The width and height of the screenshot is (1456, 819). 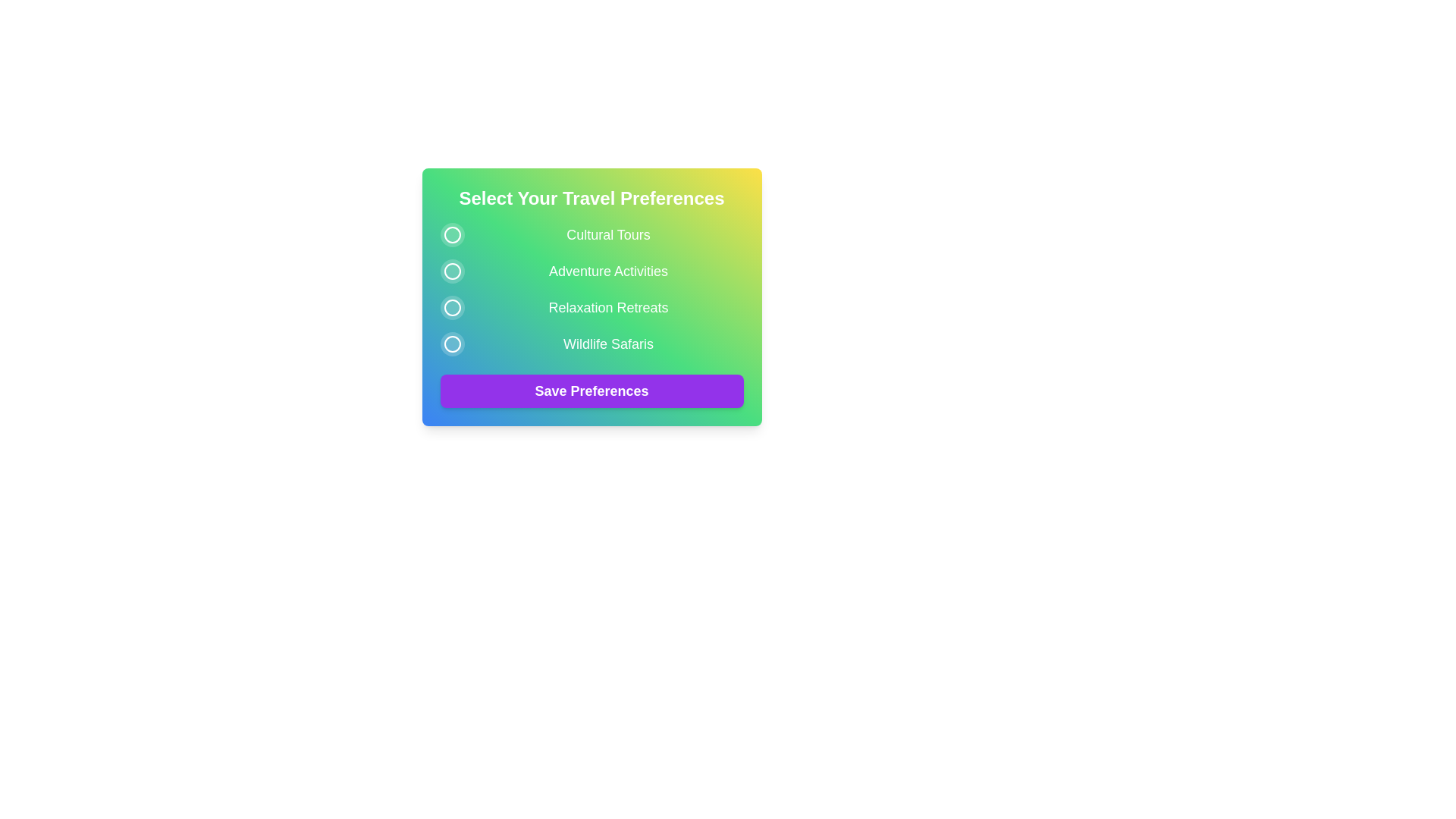 What do you see at coordinates (451, 234) in the screenshot?
I see `the preference button corresponding to Cultural Tours` at bounding box center [451, 234].